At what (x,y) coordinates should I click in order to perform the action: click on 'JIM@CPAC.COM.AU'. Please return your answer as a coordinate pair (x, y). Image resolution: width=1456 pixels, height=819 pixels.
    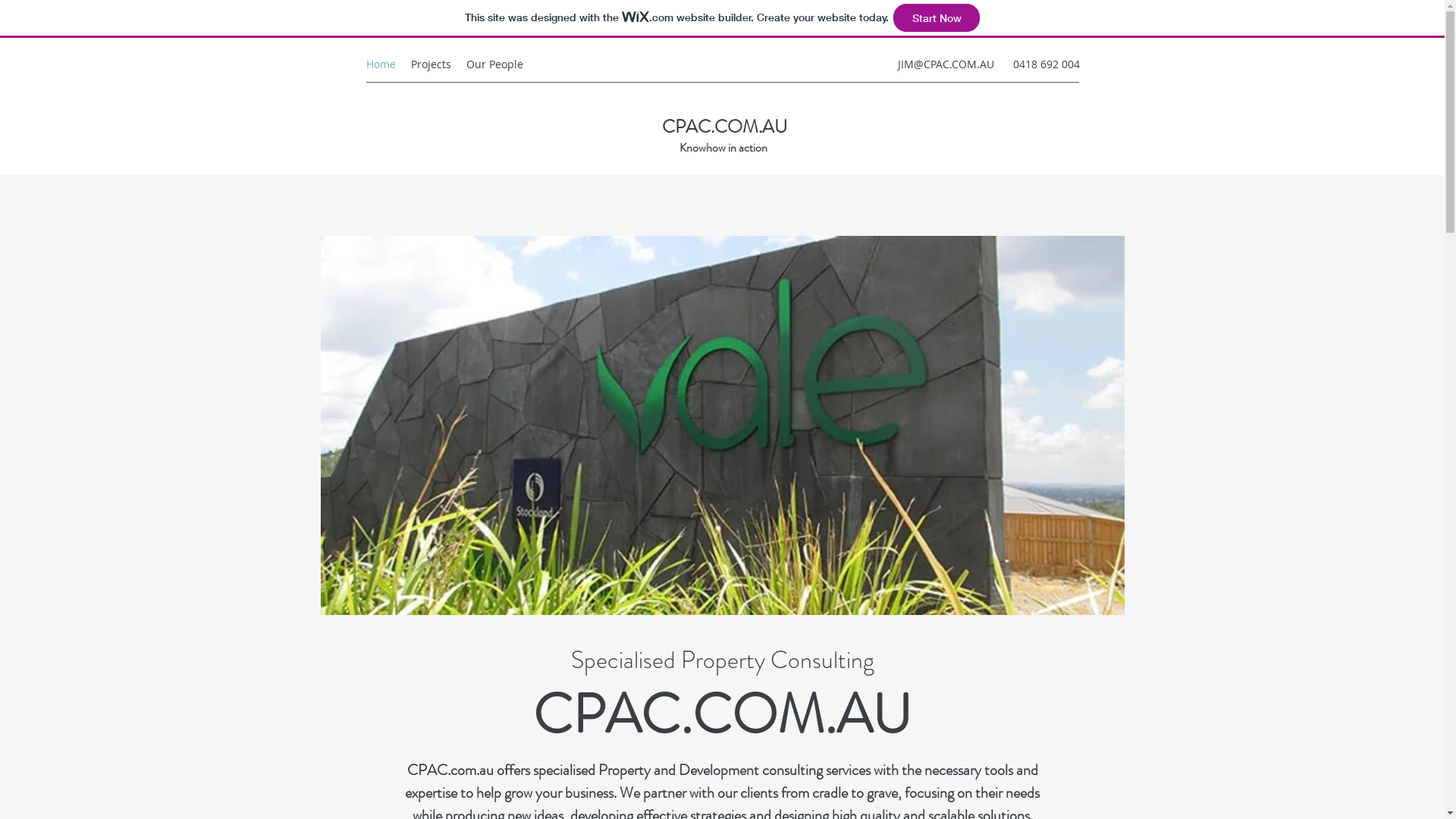
    Looking at the image, I should click on (945, 63).